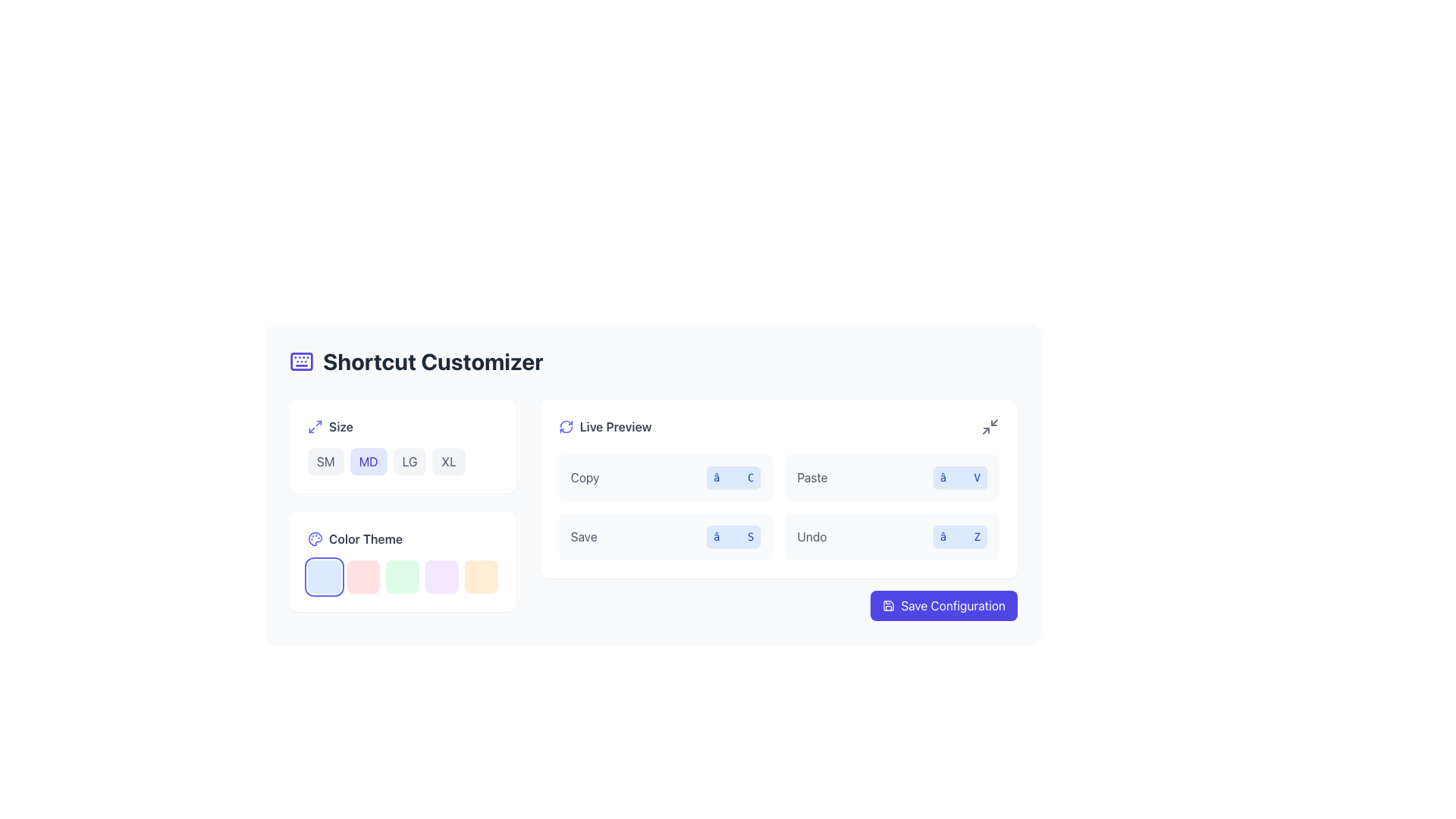  What do you see at coordinates (315, 538) in the screenshot?
I see `the indigo palette icon in the 'Color Theme' section of the 'Shortcut Customizer' interface, which is the main graphic illustrating the feature` at bounding box center [315, 538].